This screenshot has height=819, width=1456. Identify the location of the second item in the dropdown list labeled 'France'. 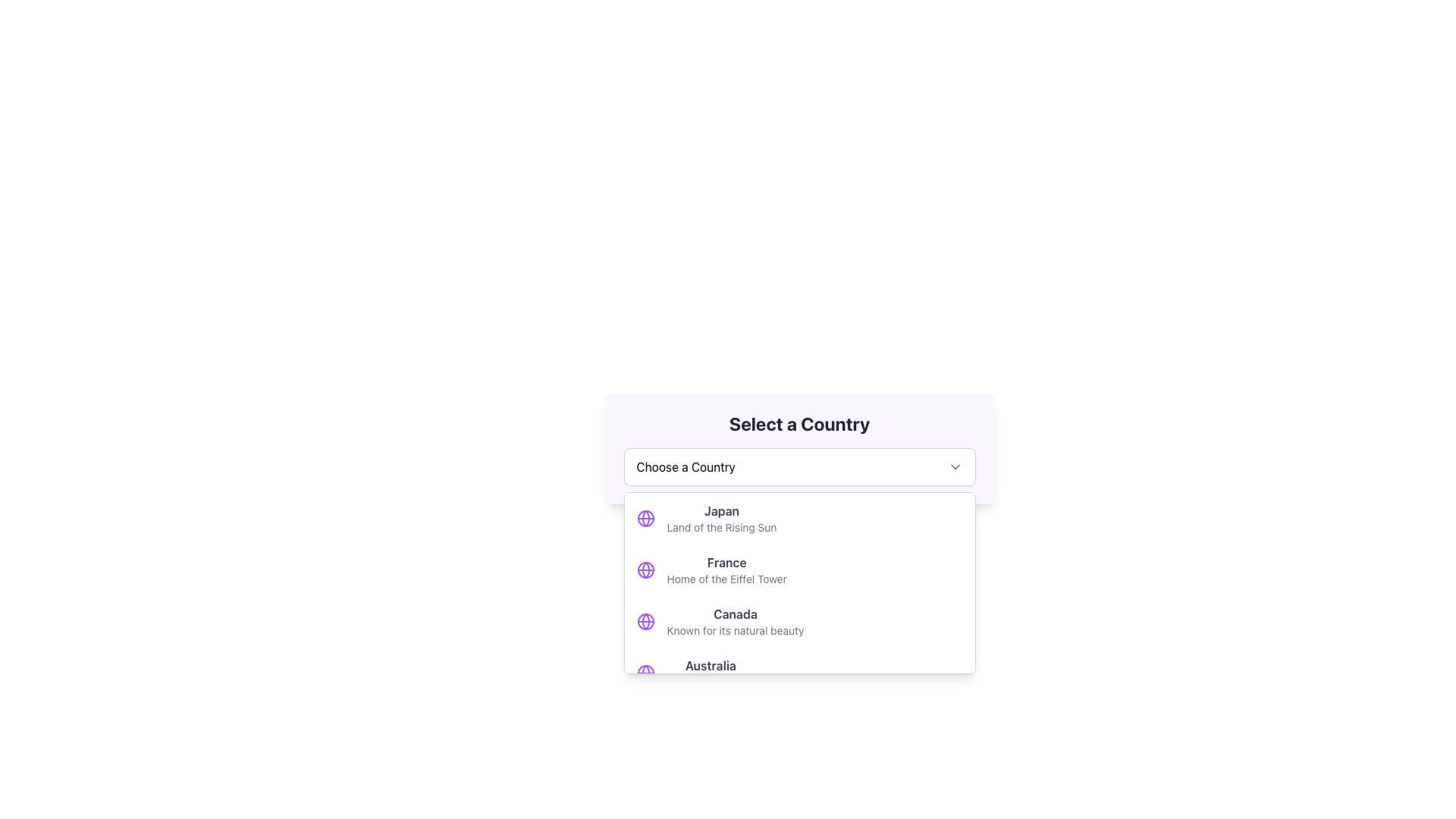
(726, 570).